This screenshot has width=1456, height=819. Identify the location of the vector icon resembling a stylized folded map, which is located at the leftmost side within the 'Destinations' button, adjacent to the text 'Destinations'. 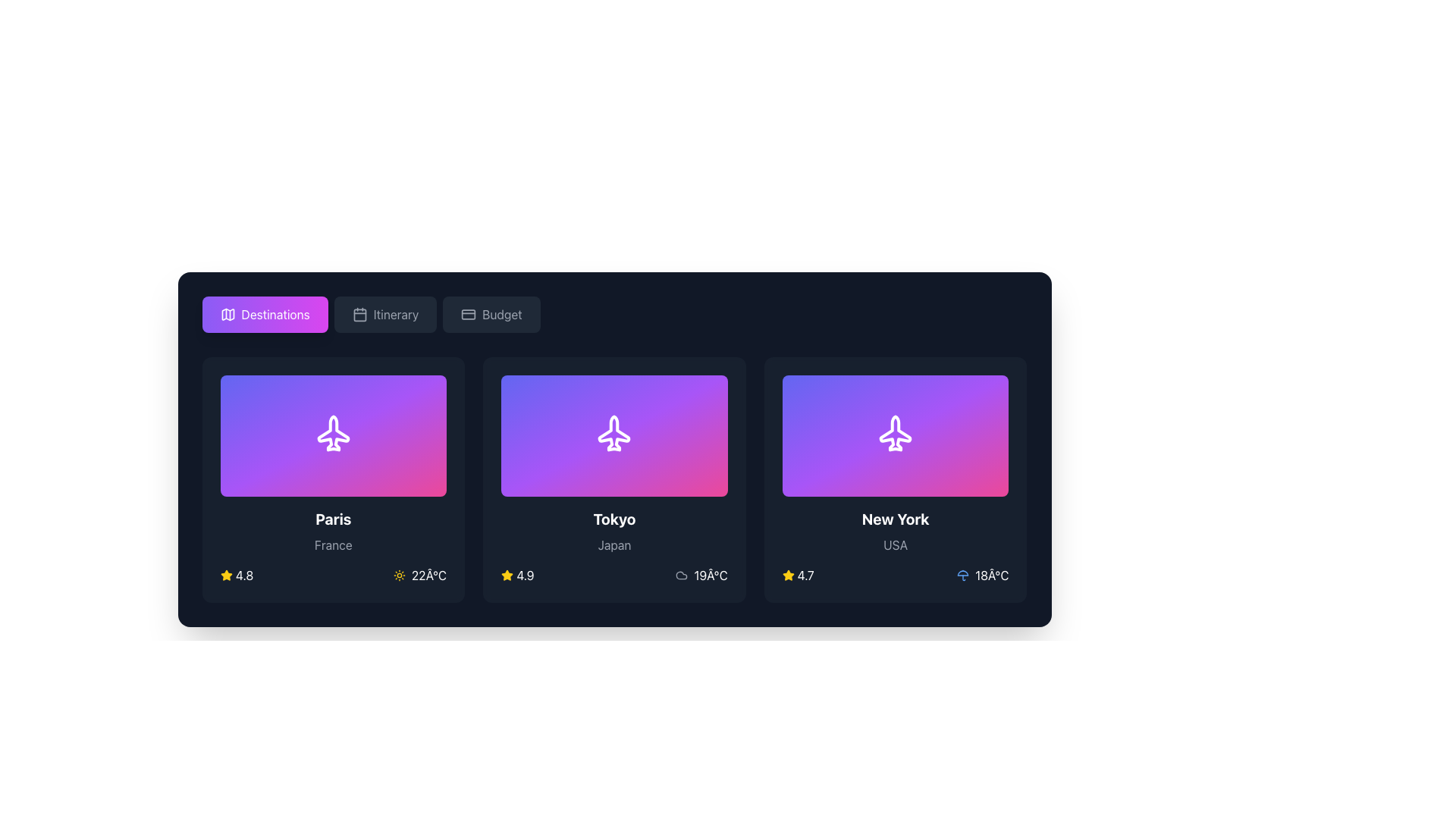
(227, 314).